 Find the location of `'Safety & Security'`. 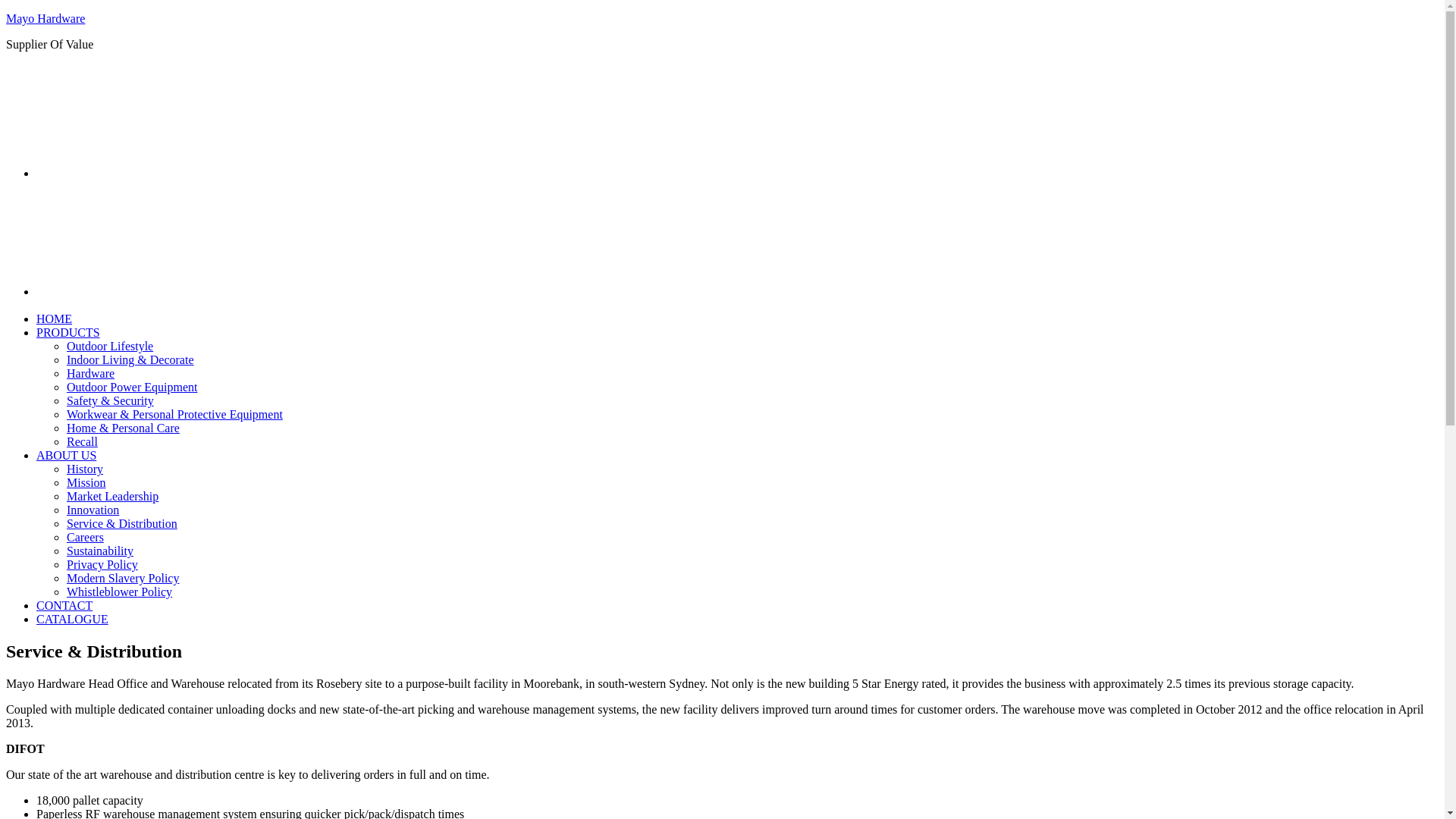

'Safety & Security' is located at coordinates (109, 400).